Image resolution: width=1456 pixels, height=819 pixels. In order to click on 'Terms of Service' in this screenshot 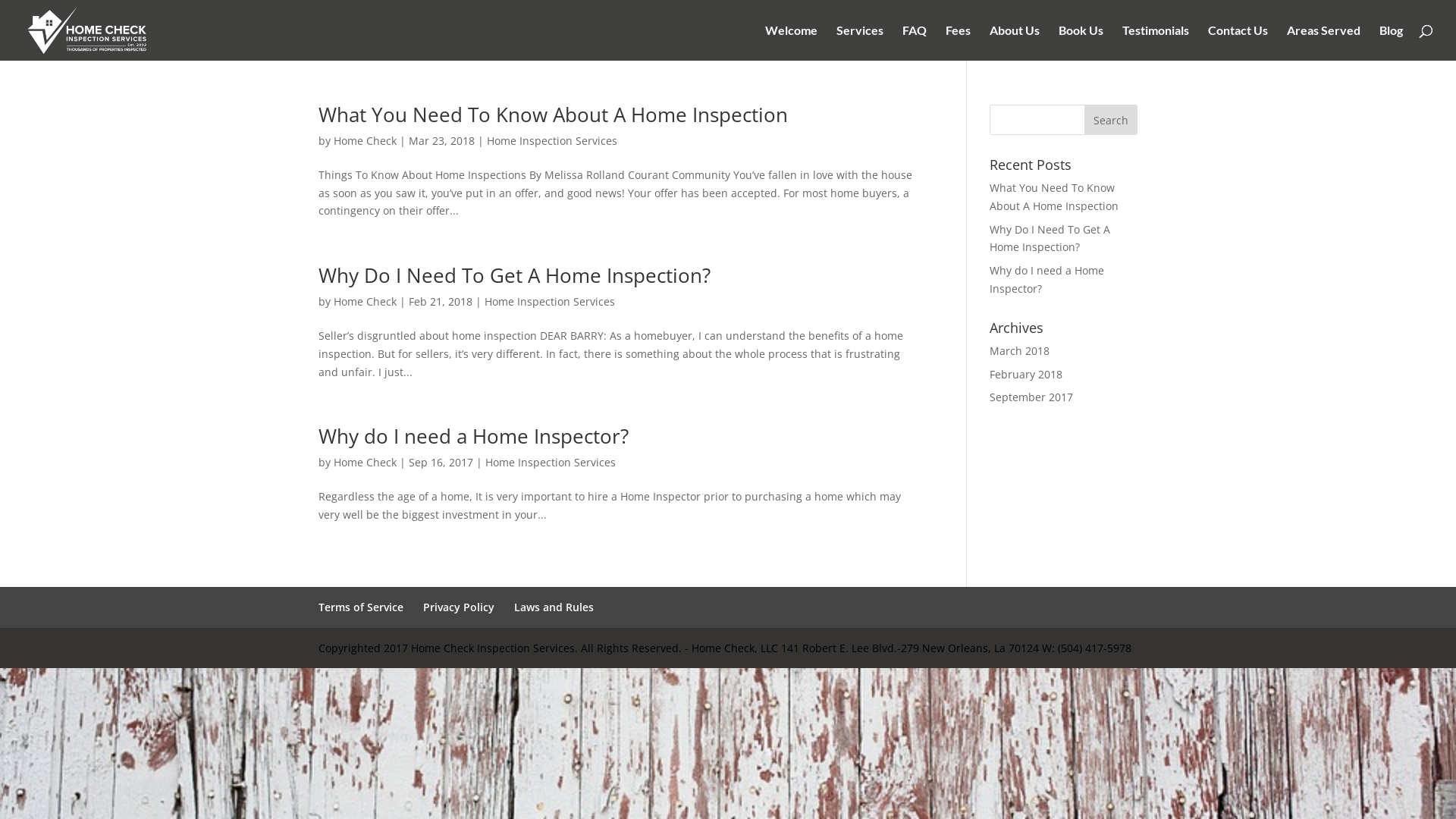, I will do `click(359, 606)`.